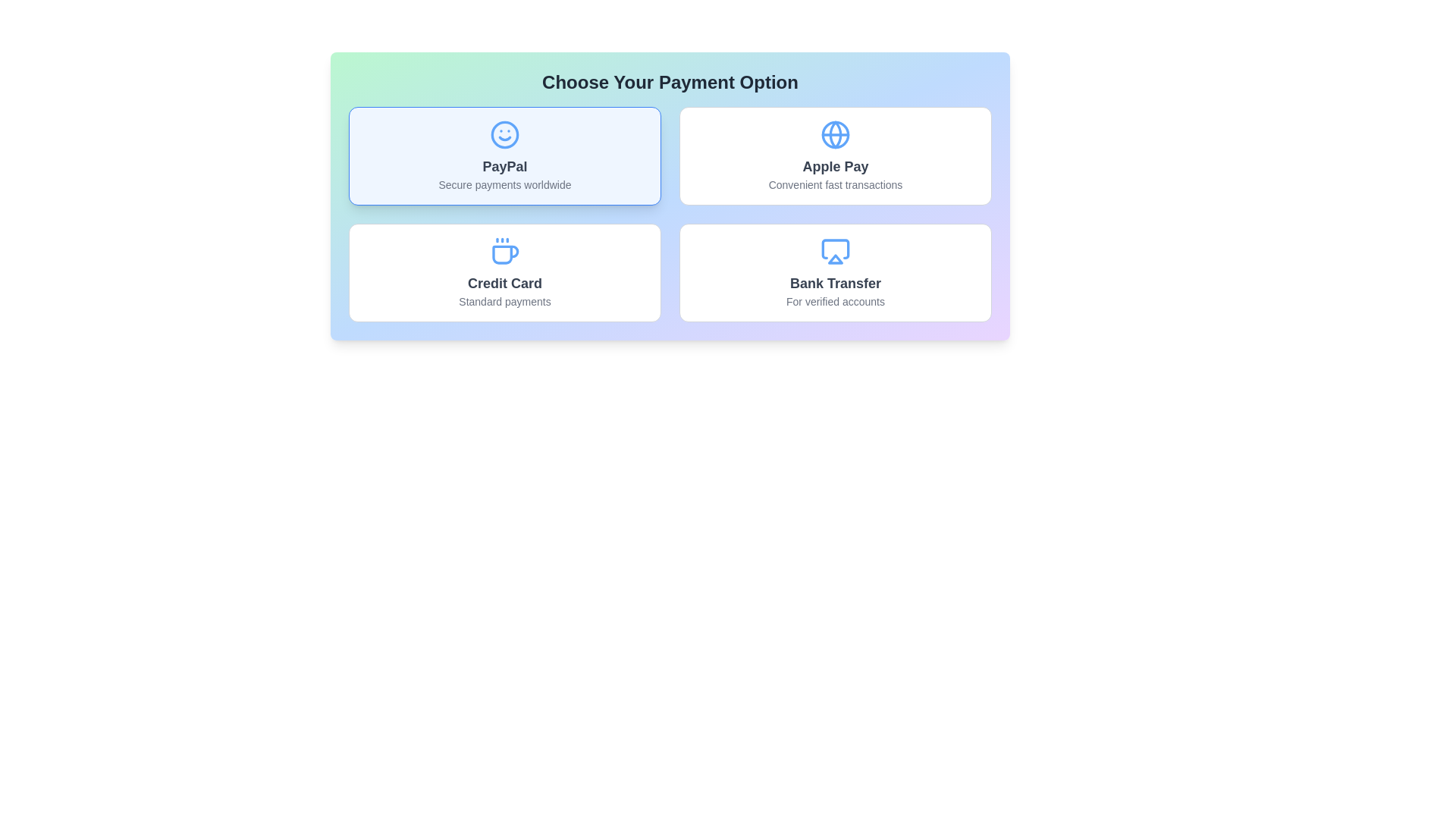 The height and width of the screenshot is (819, 1456). I want to click on the central circular component of the smiley face icon within the 'PayPal' selection option interface, so click(505, 133).